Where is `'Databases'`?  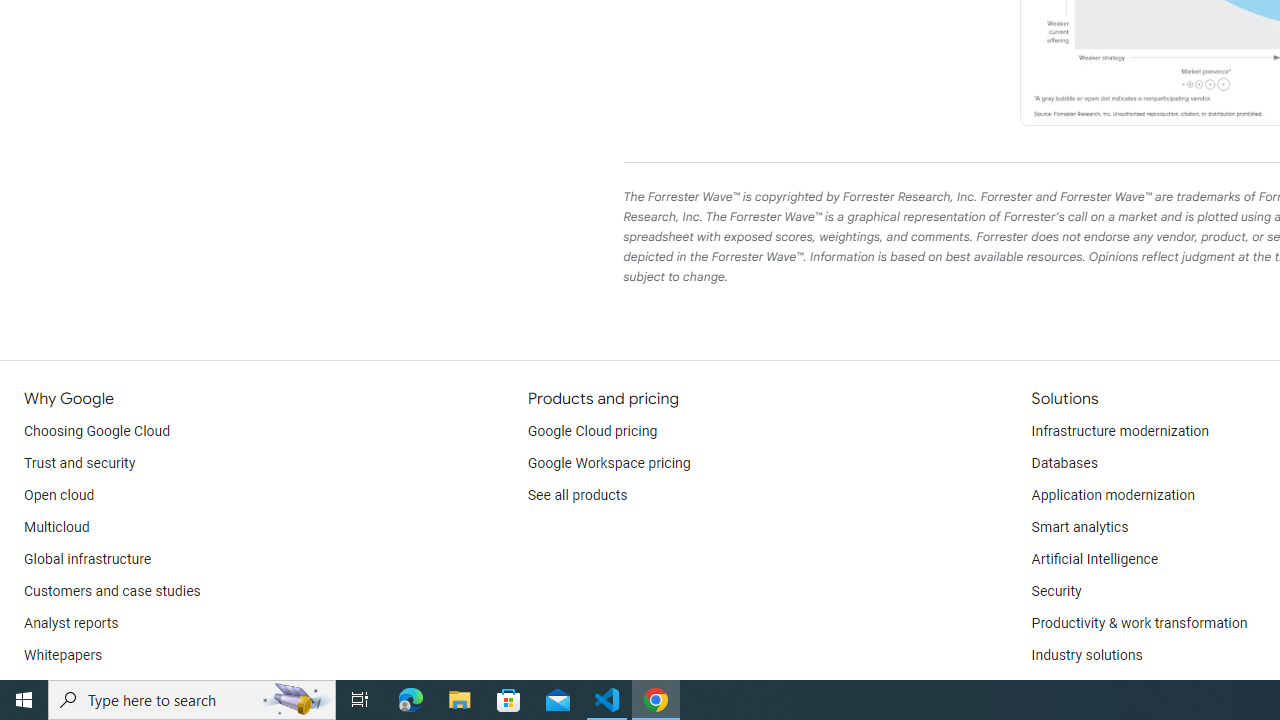
'Databases' is located at coordinates (1063, 464).